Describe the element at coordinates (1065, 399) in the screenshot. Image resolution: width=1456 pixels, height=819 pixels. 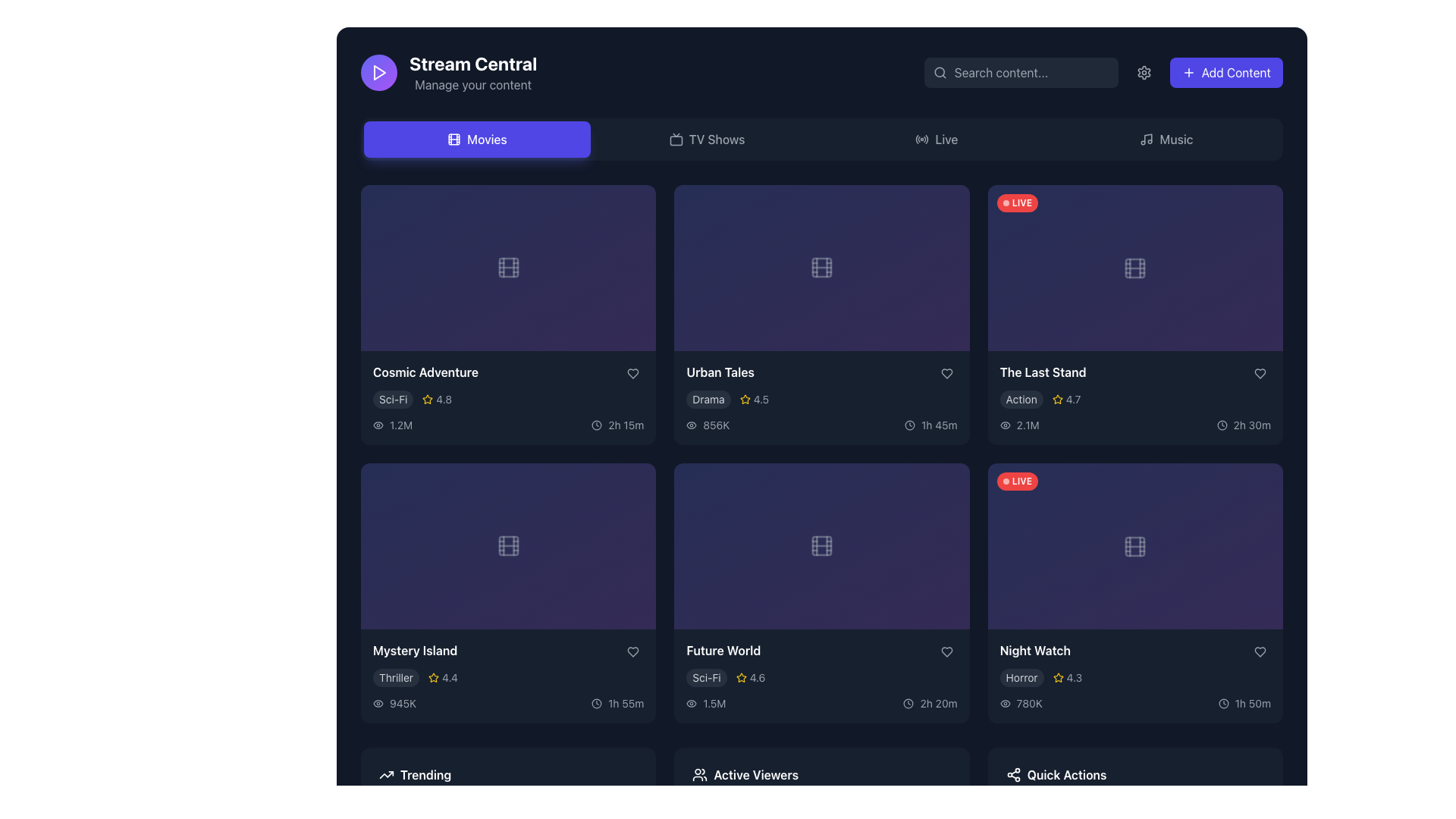
I see `displayed rating of '4.7' from the yellow star icon next to the gray text, located within the card for the movie 'The Last Stand', positioned to the right of the 'Action' tag` at that location.